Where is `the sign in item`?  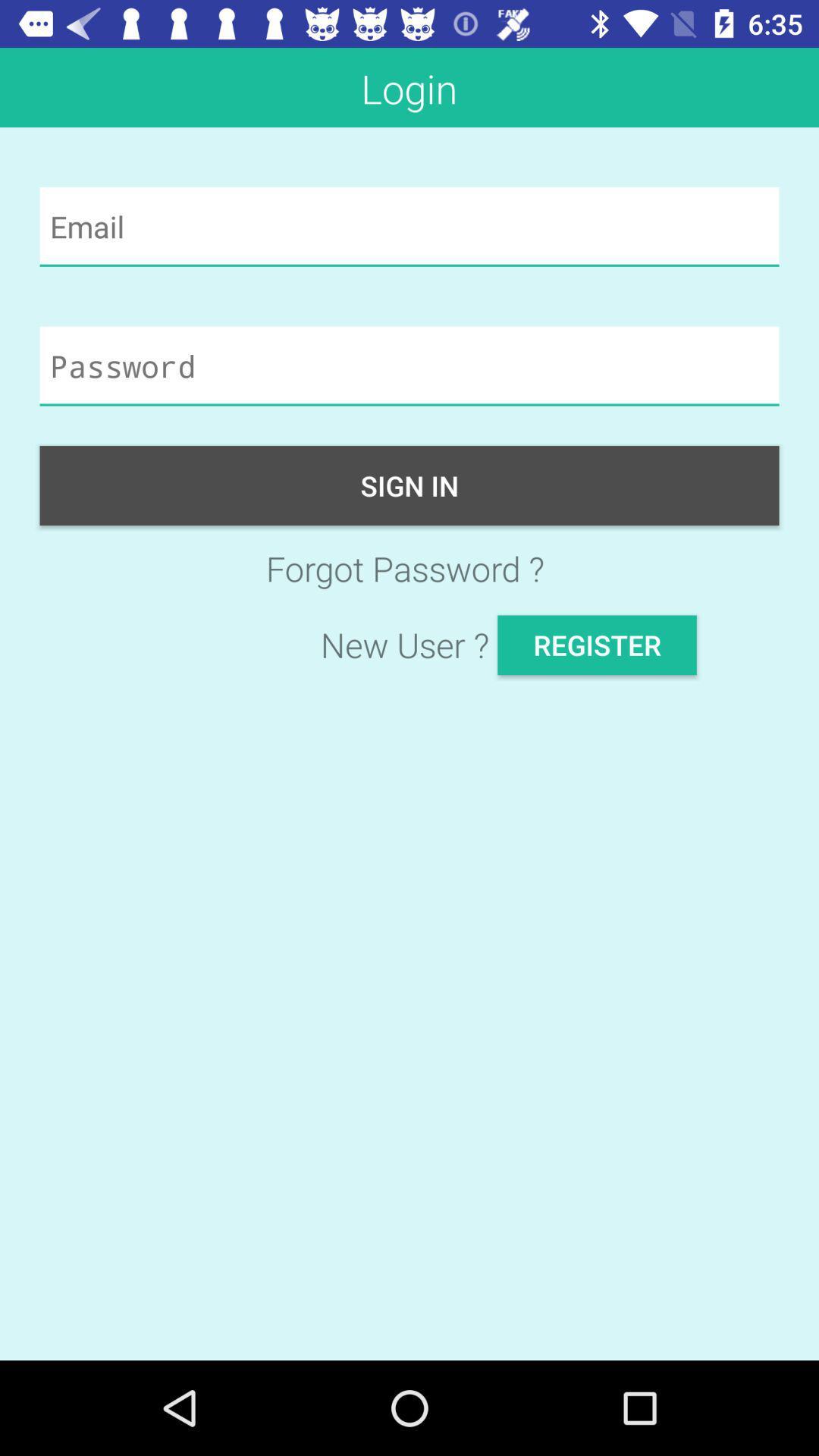
the sign in item is located at coordinates (409, 485).